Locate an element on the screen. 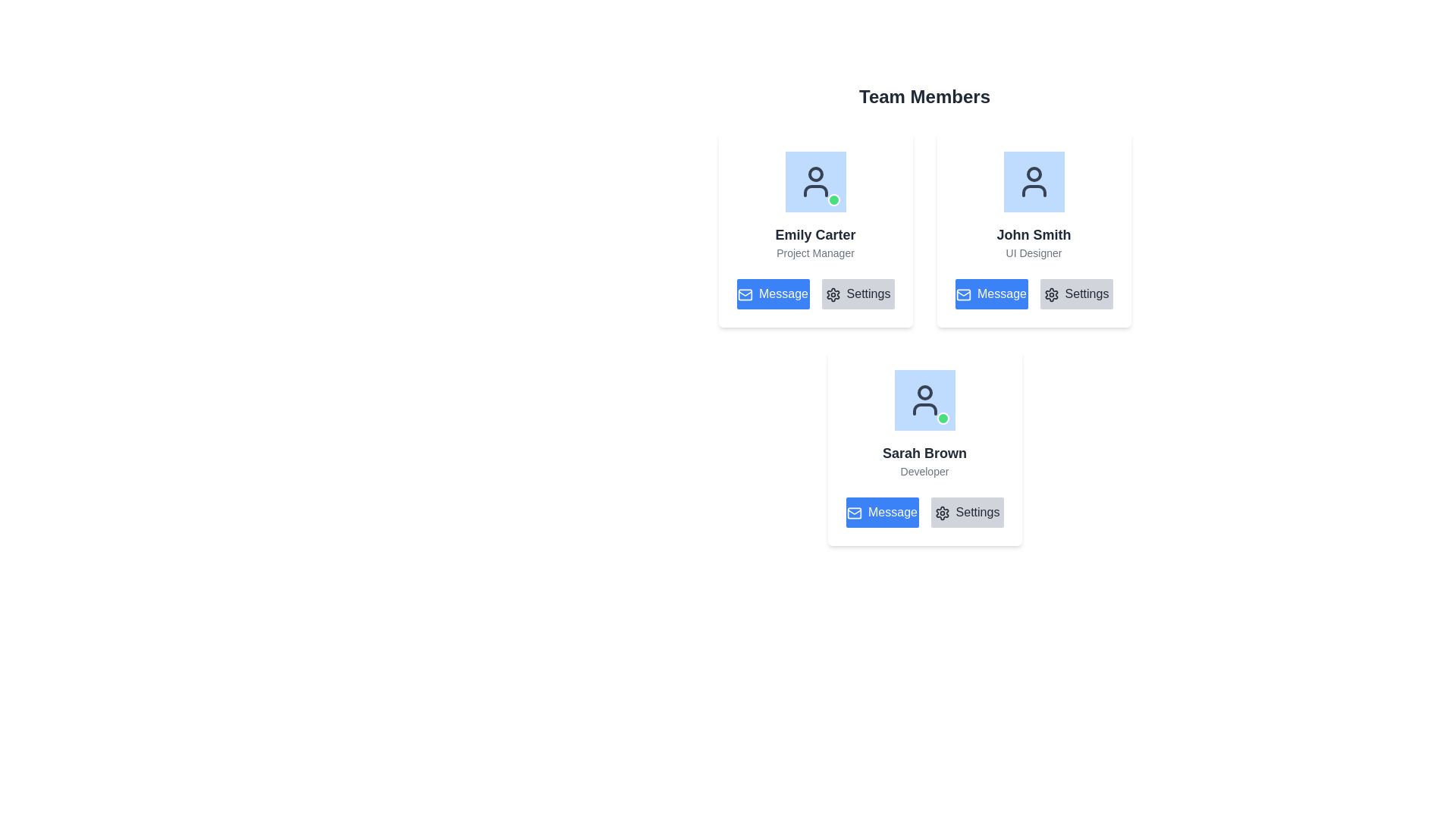 The height and width of the screenshot is (819, 1456). the SVG circle that represents the head of the user icon in the 'Emily Carter' user card profile is located at coordinates (814, 174).